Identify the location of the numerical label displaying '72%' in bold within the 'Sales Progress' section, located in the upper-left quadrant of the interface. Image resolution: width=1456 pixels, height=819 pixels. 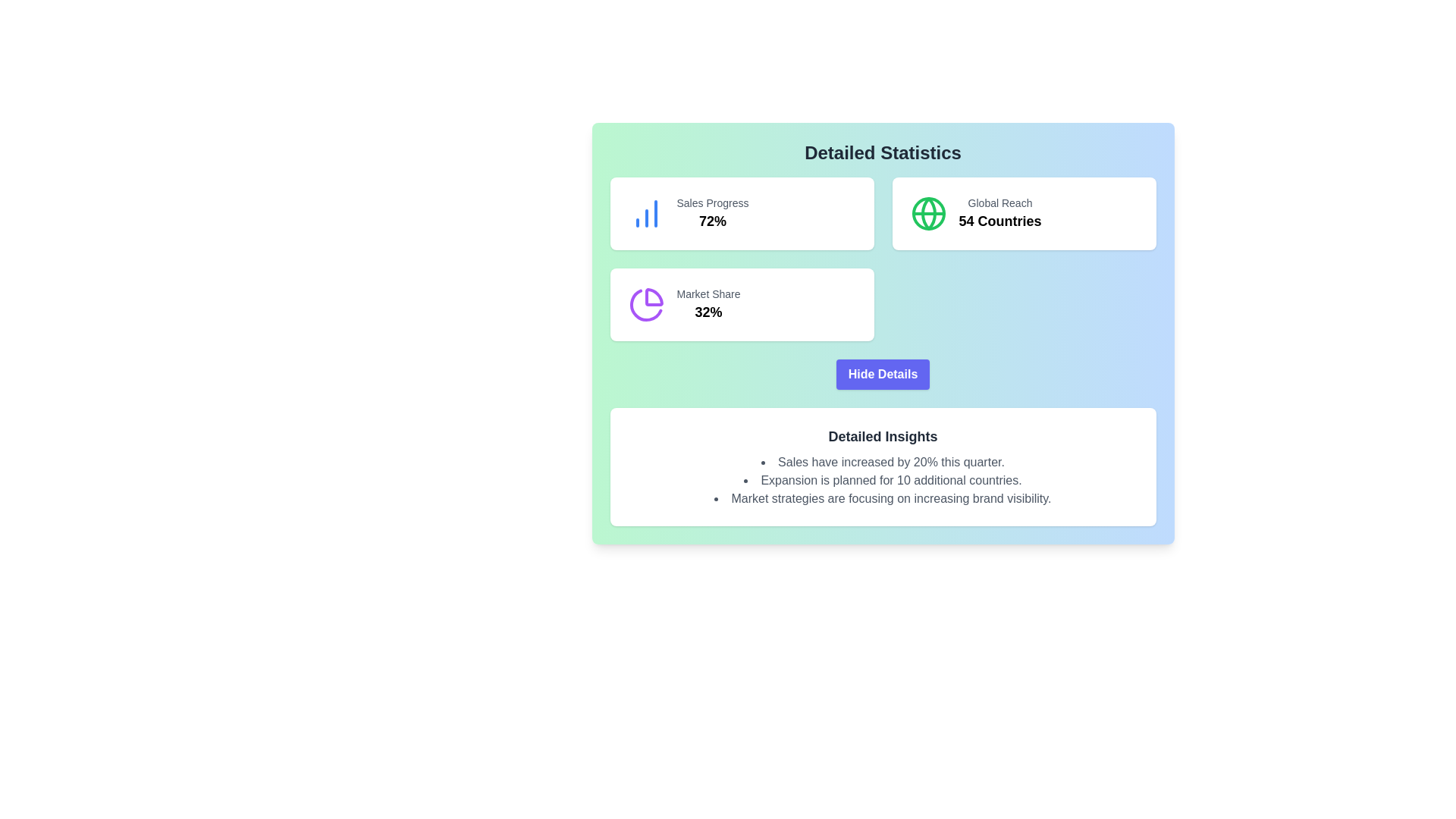
(712, 221).